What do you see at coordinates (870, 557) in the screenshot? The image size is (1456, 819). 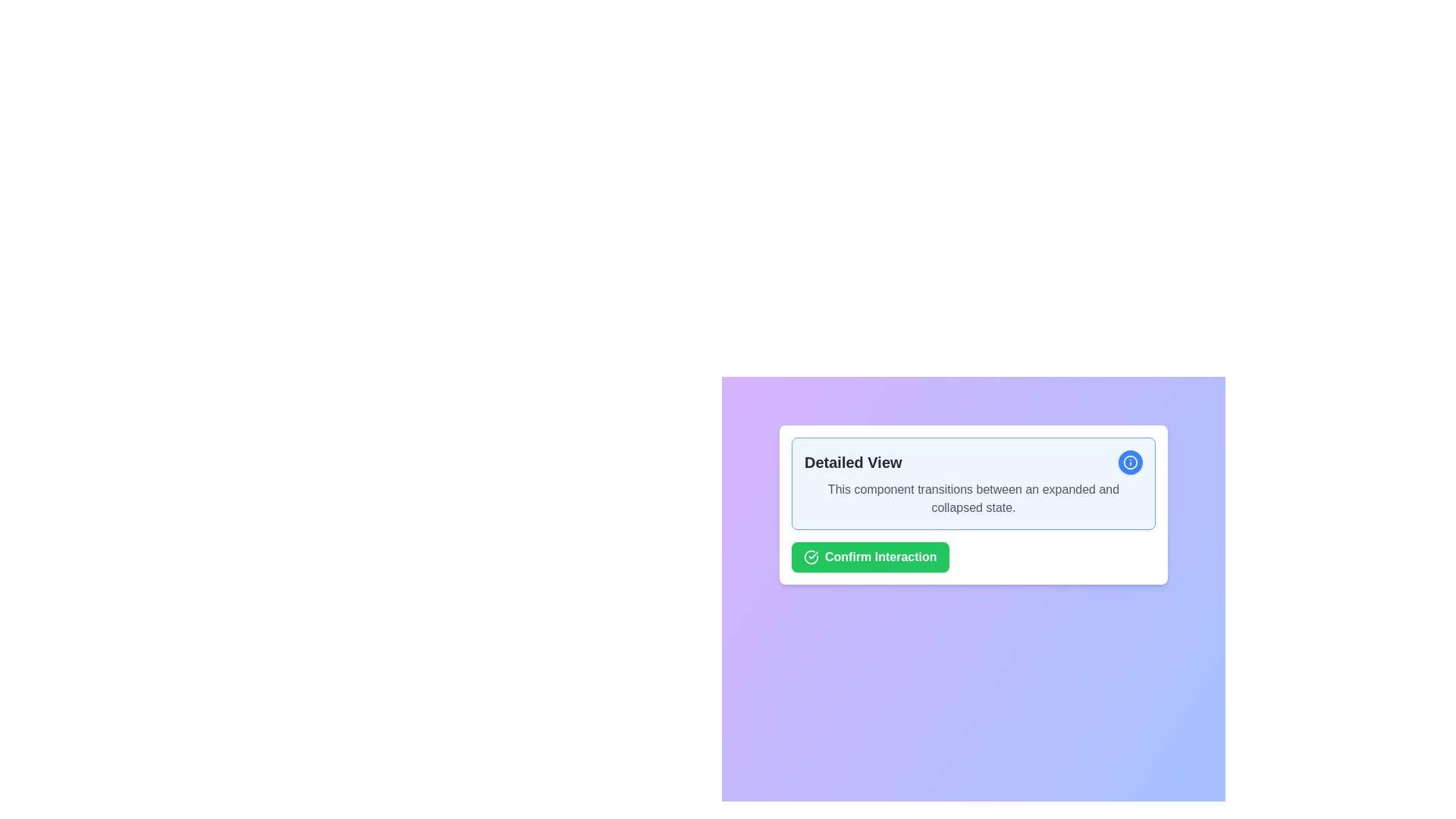 I see `the green button with a white checkmark icon and the text 'Confirm Interaction' located at the bottom of the 'Detailed View' card to confirm the action` at bounding box center [870, 557].